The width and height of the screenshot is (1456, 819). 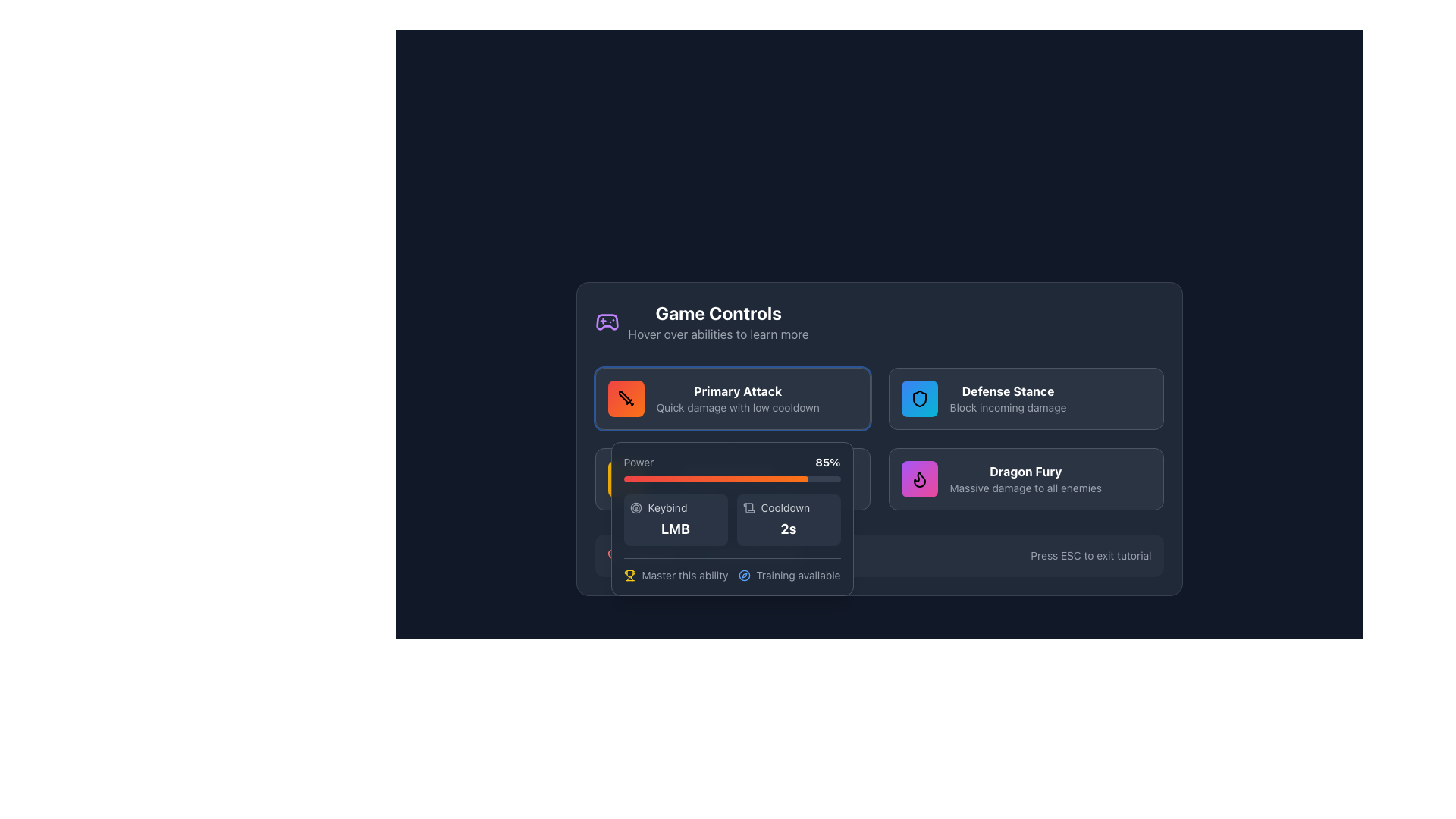 I want to click on descriptive text label located directly below the 'Defense Stance' label, which provides additional information about the ability, so click(x=1008, y=406).